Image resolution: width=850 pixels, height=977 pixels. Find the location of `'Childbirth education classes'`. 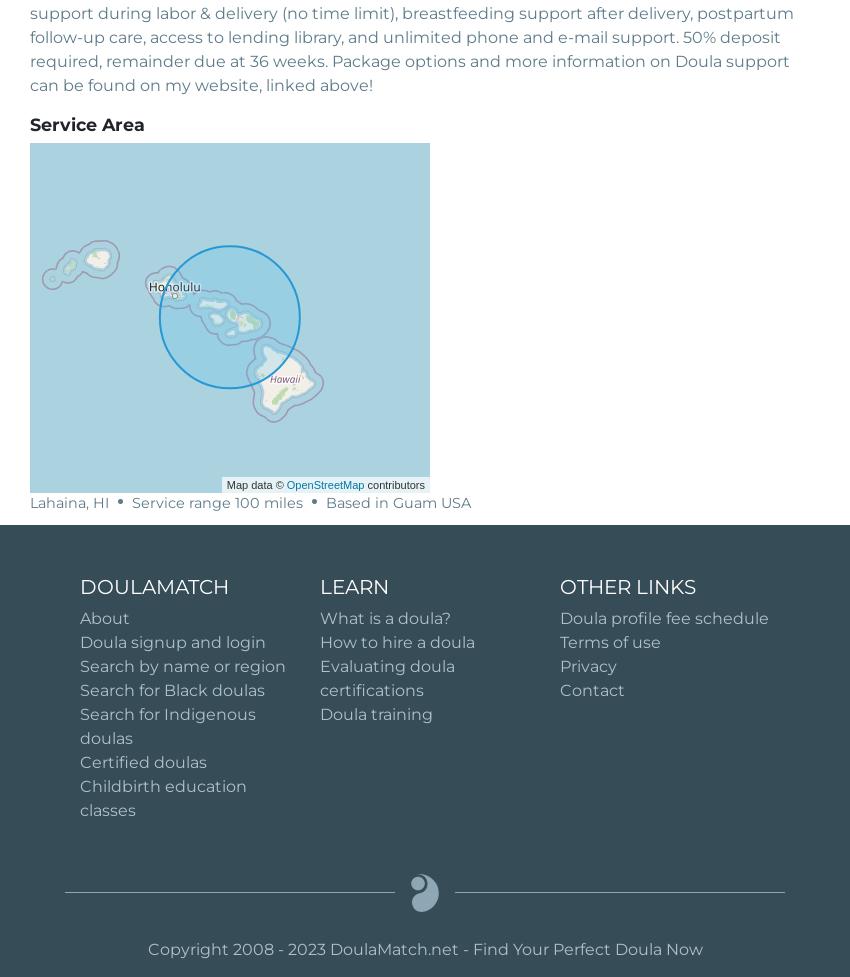

'Childbirth education classes' is located at coordinates (163, 797).